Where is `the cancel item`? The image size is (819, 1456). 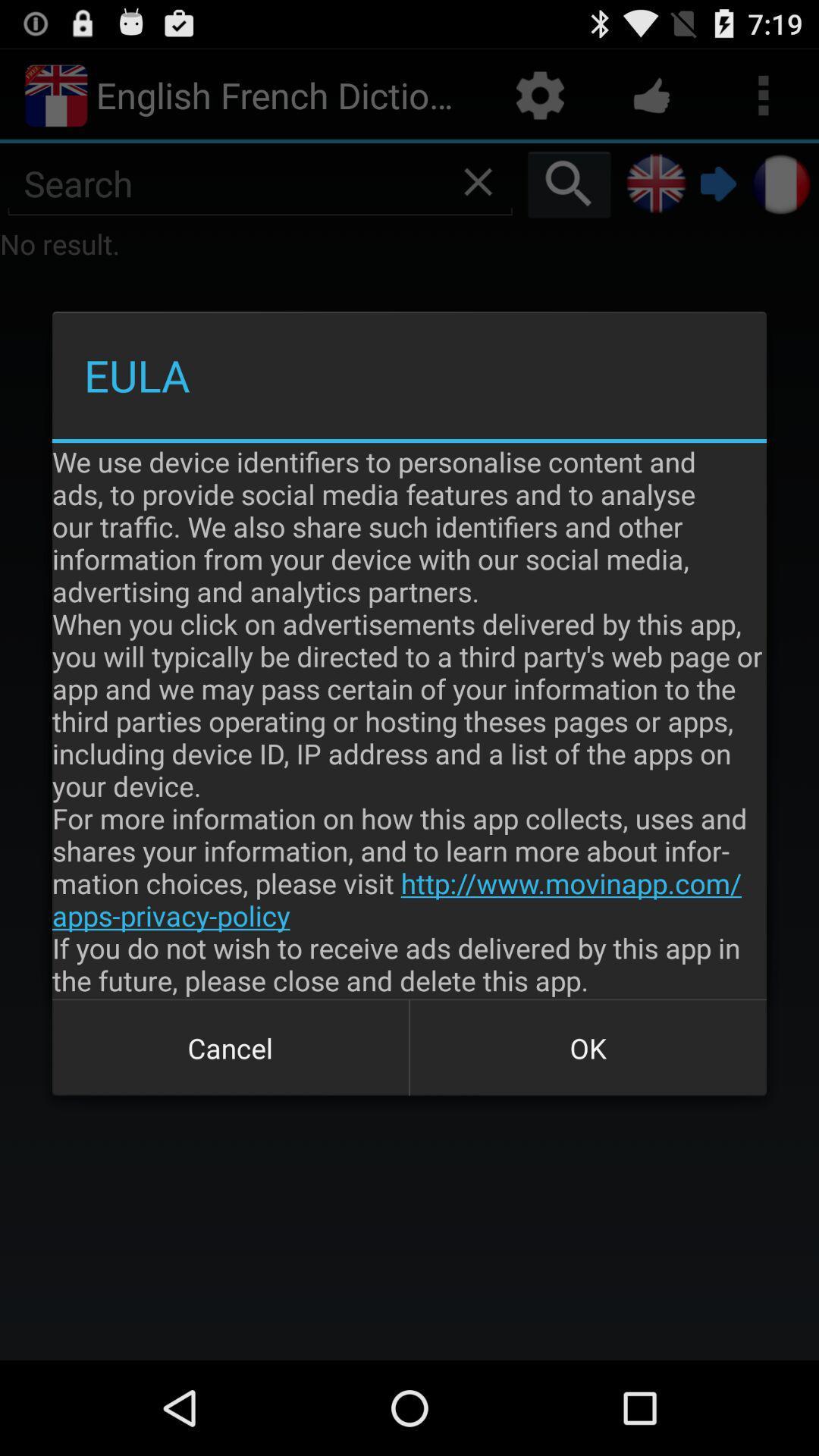
the cancel item is located at coordinates (231, 1047).